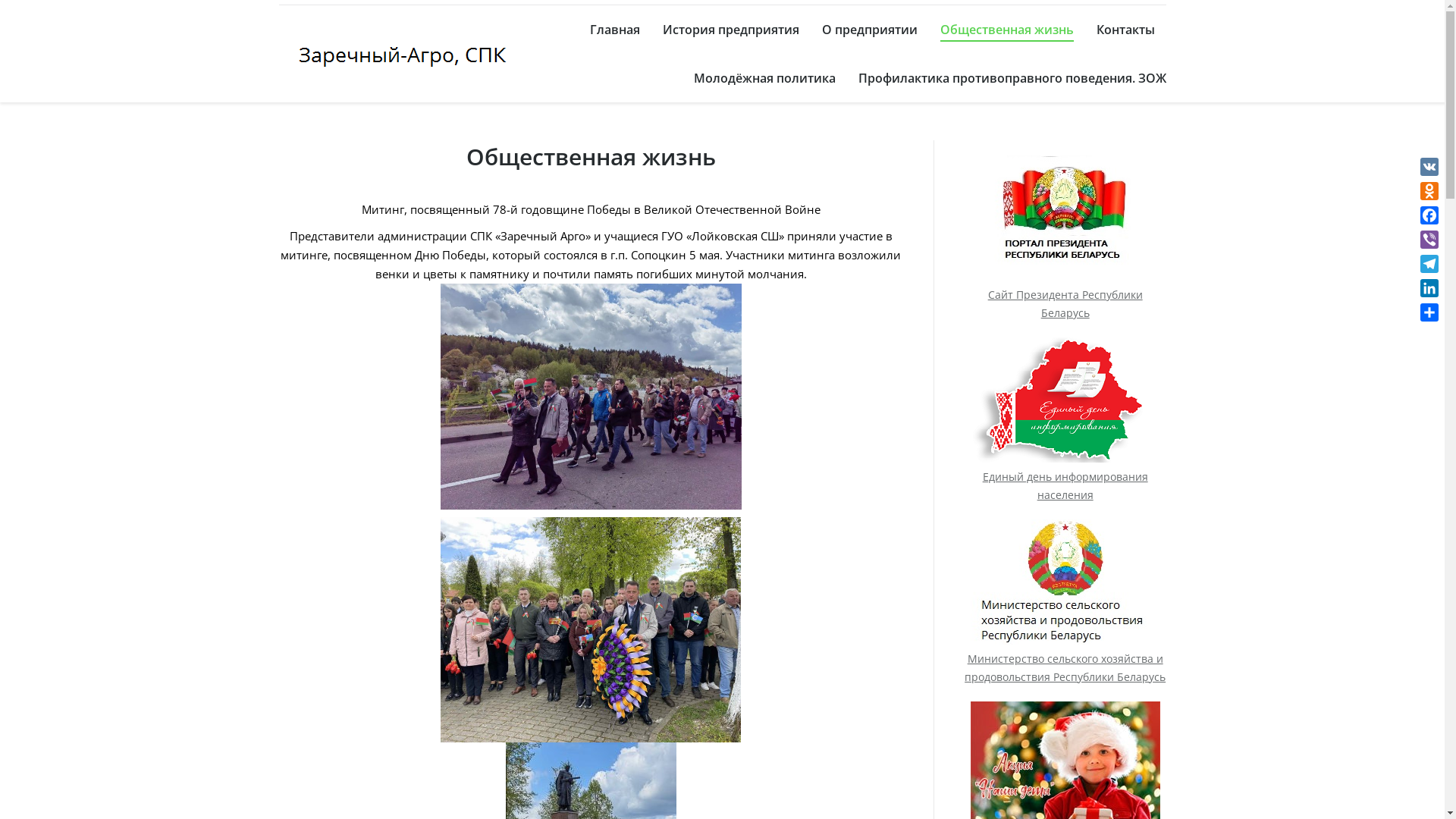 The image size is (1456, 819). Describe the element at coordinates (1429, 239) in the screenshot. I see `'Viber'` at that location.